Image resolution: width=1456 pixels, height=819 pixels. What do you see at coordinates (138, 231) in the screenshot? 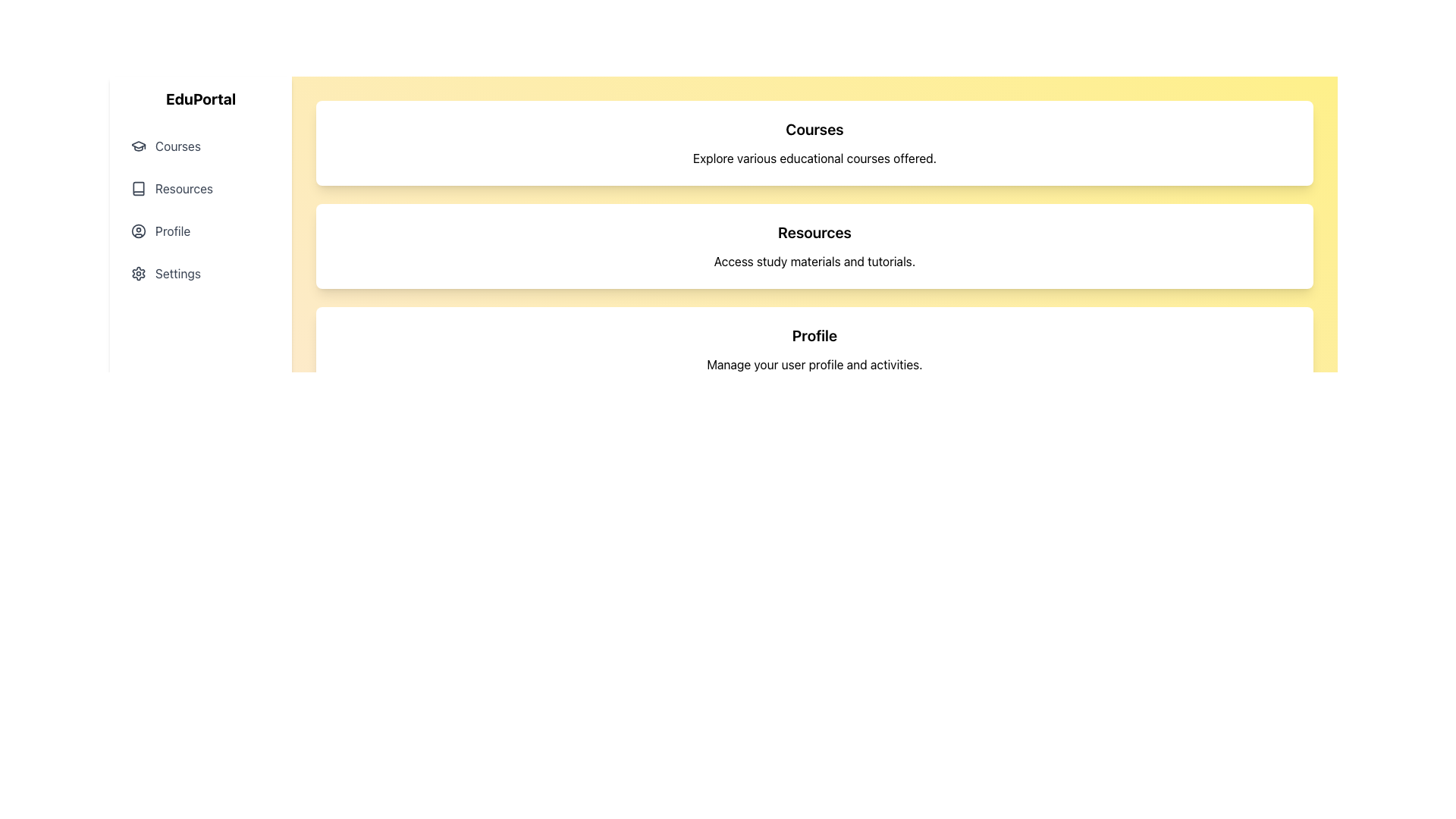
I see `the 'Profile' icon in the left sidebar navigation panel, which is the third icon from the top, to assist in identifying the menu option for managing profile settings` at bounding box center [138, 231].